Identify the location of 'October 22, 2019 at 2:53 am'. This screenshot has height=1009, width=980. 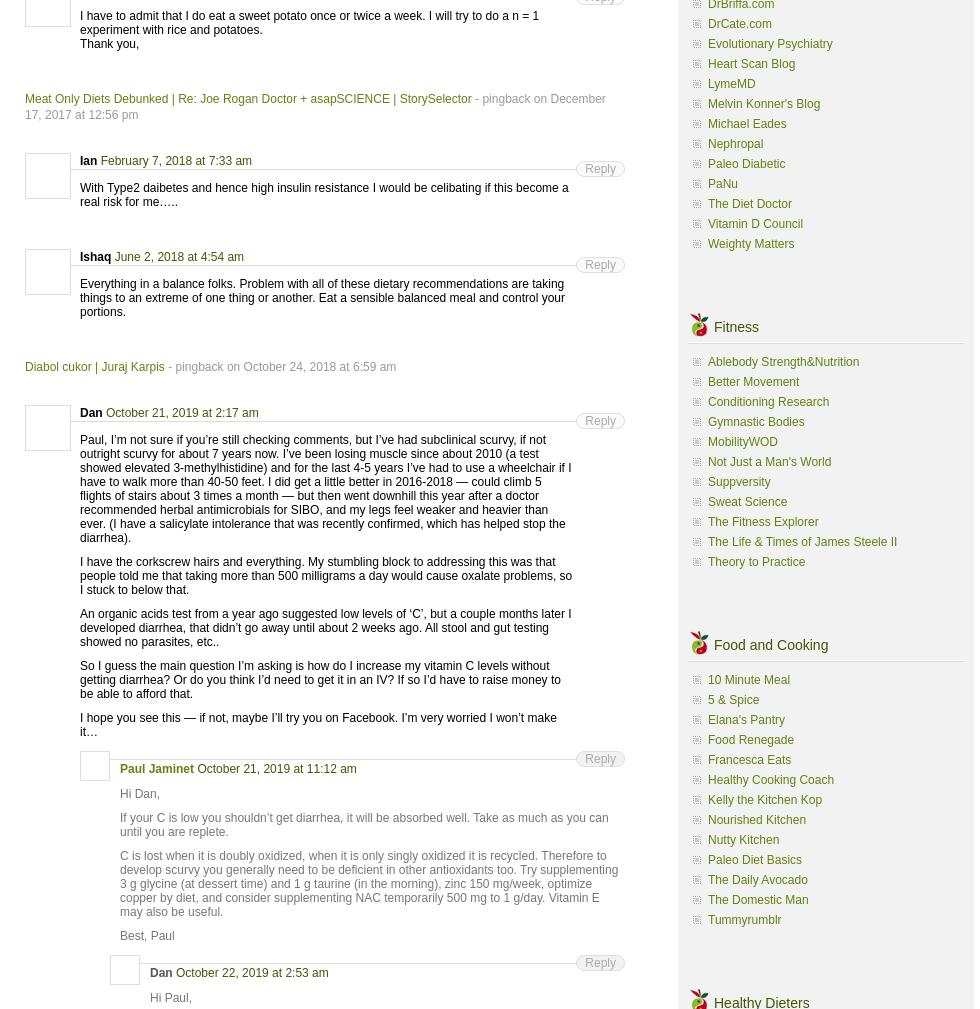
(251, 972).